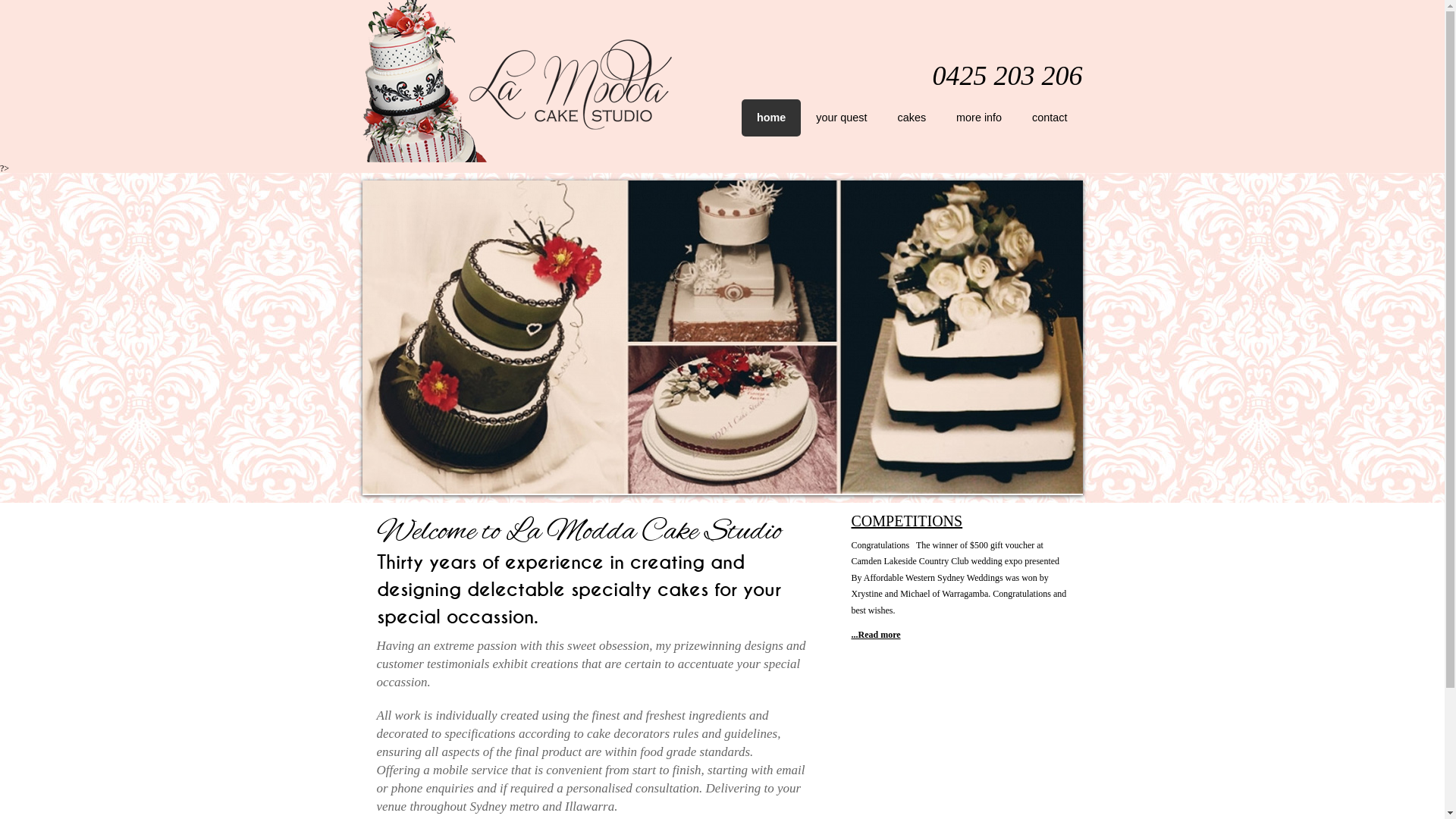 The image size is (1456, 819). Describe the element at coordinates (875, 635) in the screenshot. I see `'...Read more'` at that location.